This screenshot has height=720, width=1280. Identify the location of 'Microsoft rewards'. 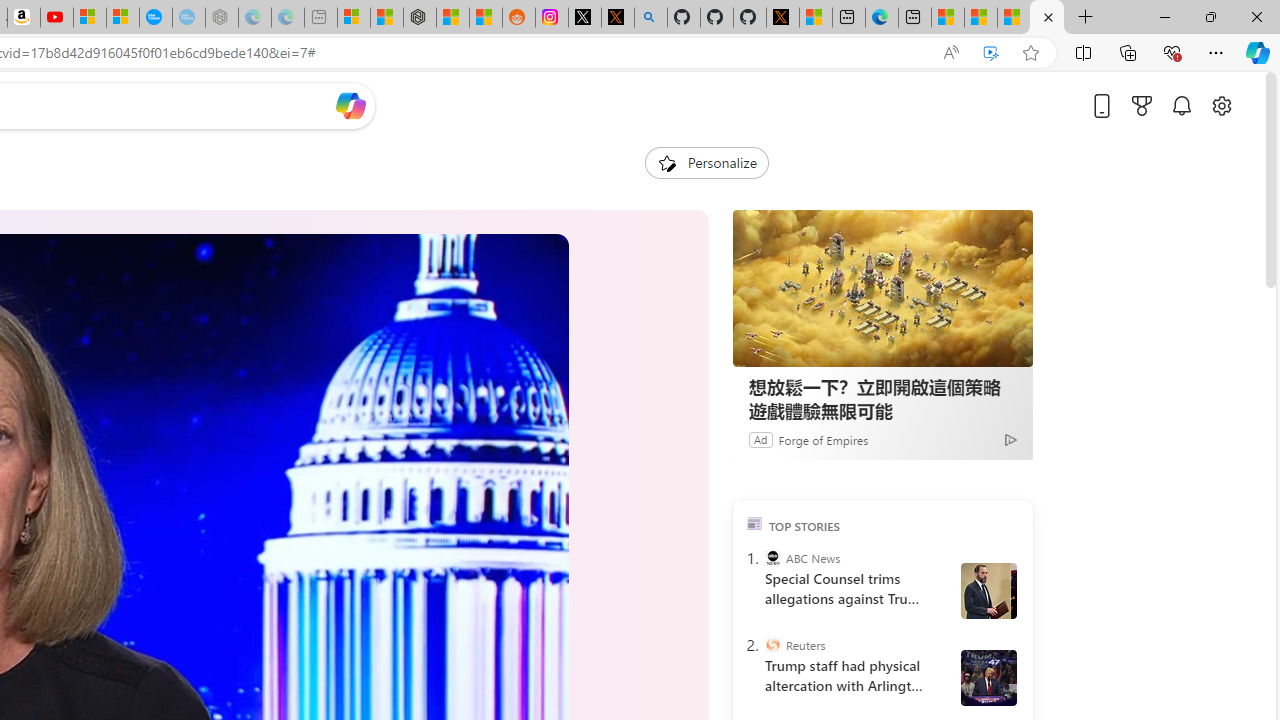
(1142, 105).